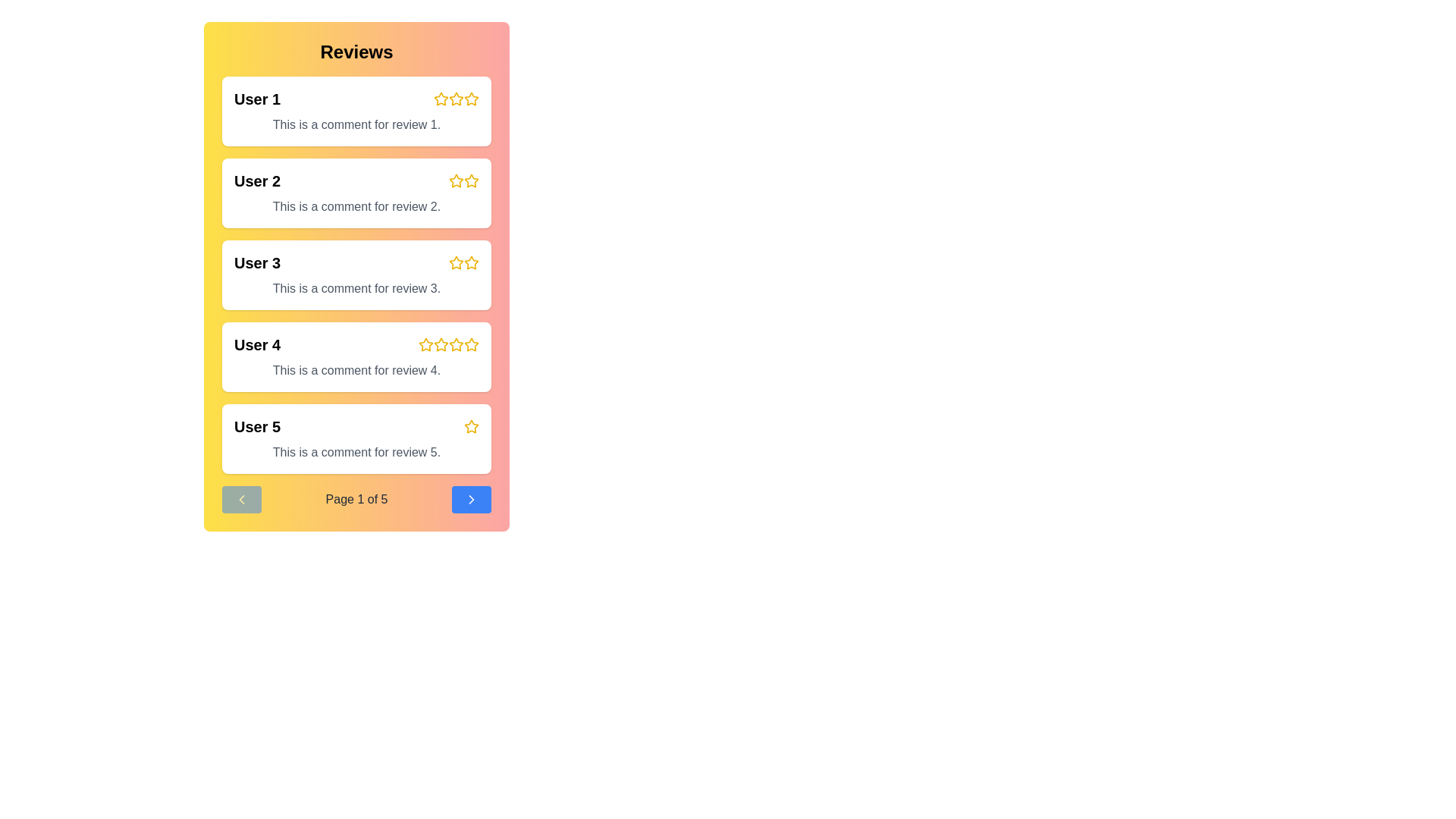 The height and width of the screenshot is (819, 1456). I want to click on the first star icon in the rating system of 'User 1's review block, so click(440, 99).